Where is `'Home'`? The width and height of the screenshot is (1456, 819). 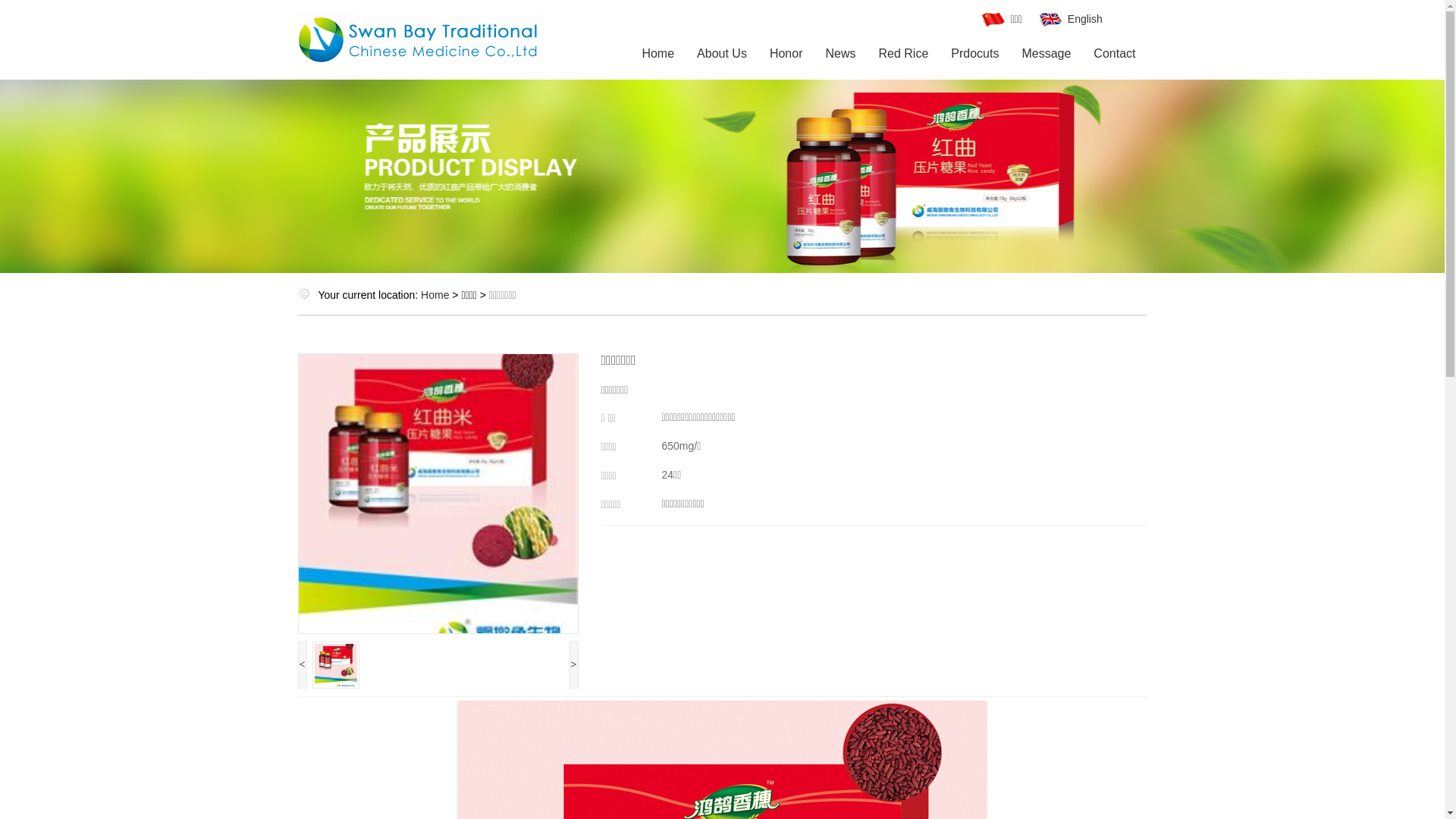 'Home' is located at coordinates (657, 52).